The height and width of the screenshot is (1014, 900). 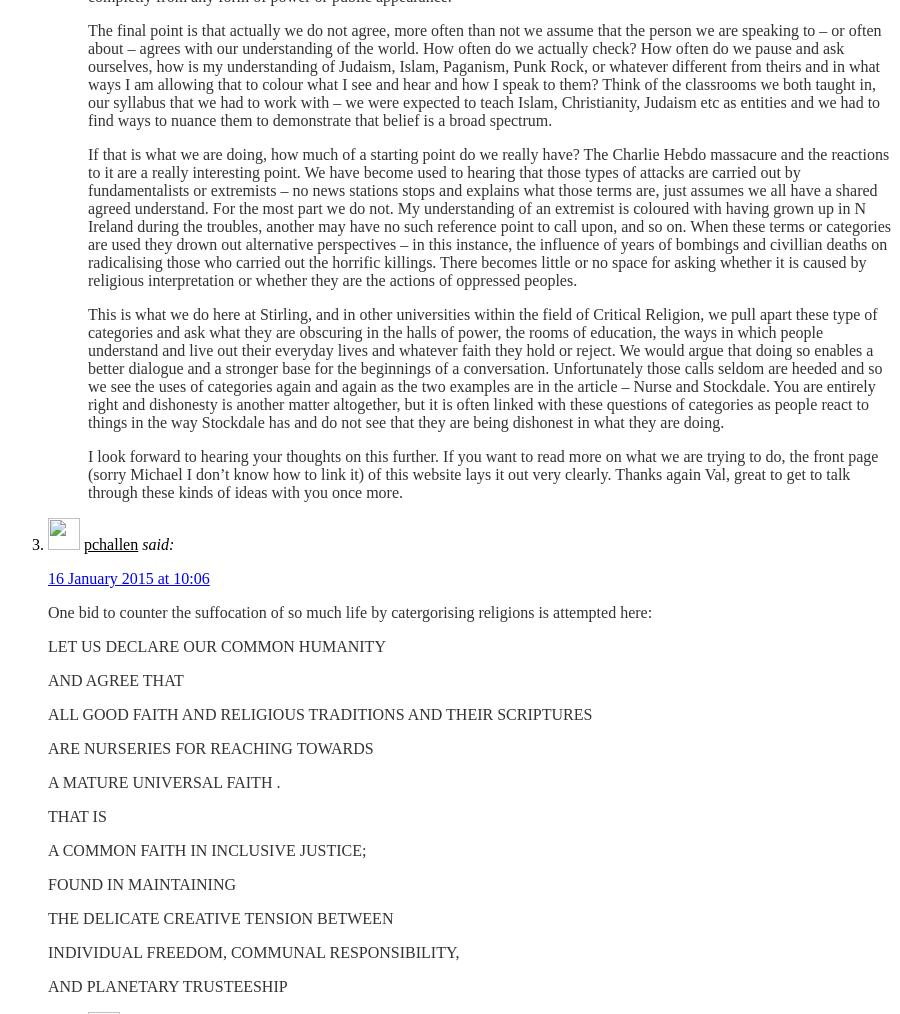 What do you see at coordinates (167, 986) in the screenshot?
I see `'AND PLANETARY TRUSTEESHIP'` at bounding box center [167, 986].